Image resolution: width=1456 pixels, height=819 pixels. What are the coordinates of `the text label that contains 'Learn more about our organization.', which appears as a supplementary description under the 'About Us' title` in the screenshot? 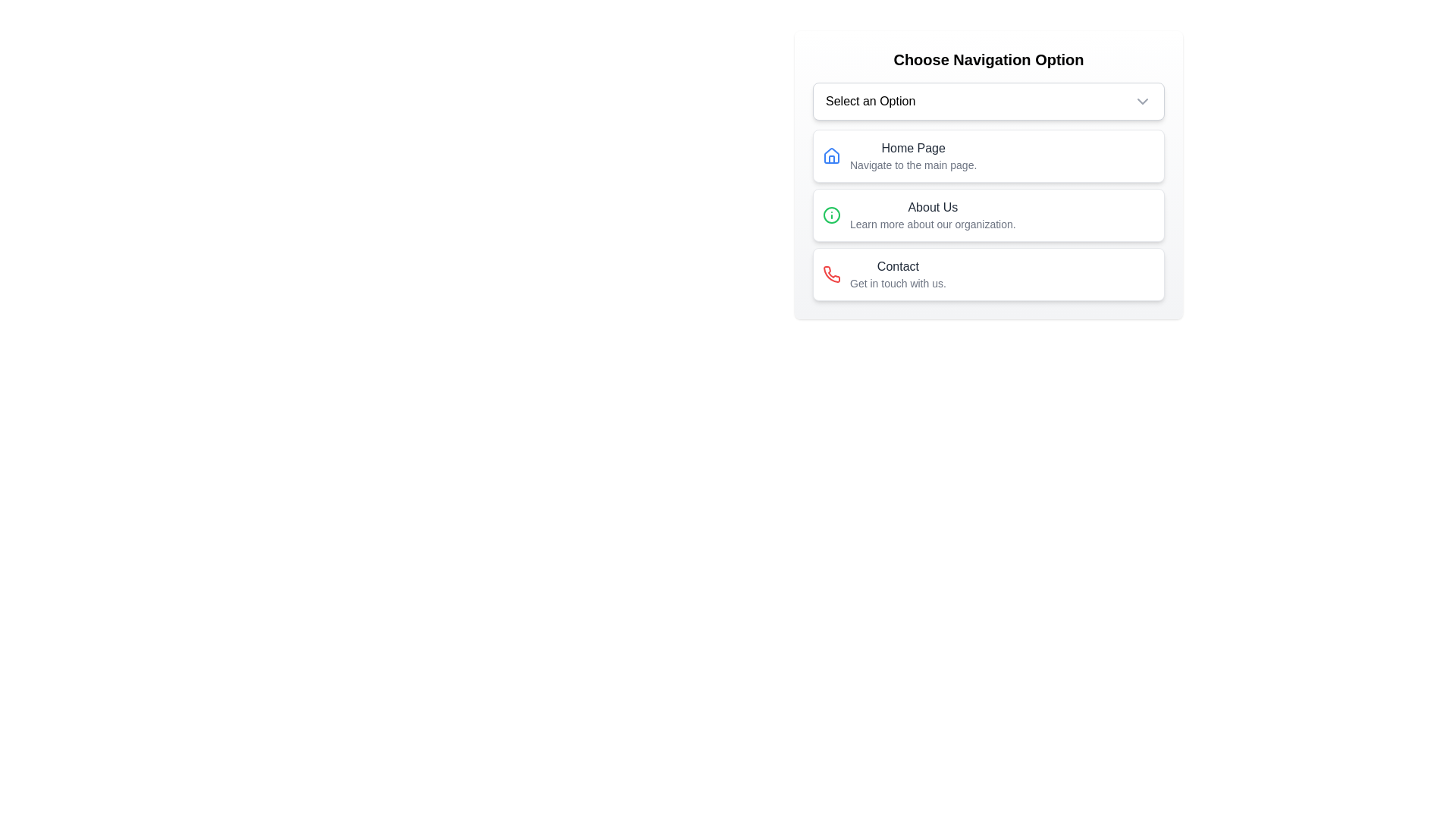 It's located at (932, 224).